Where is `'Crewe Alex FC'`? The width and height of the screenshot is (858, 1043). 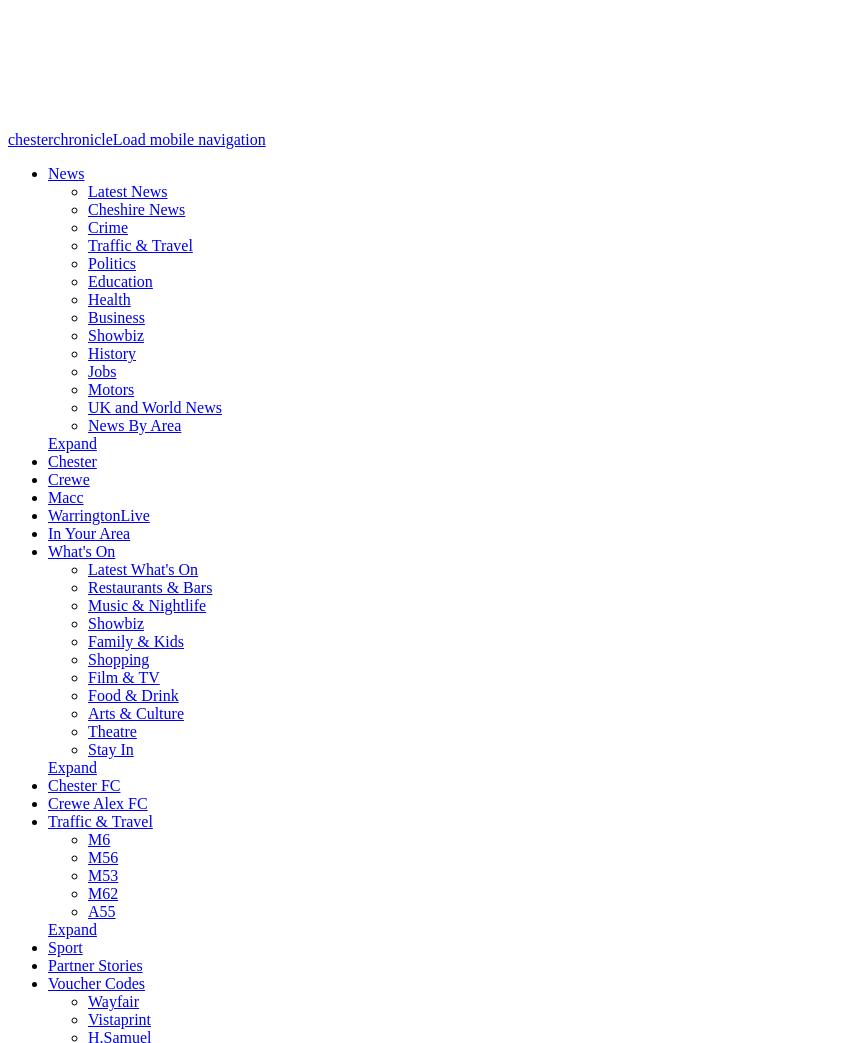 'Crewe Alex FC' is located at coordinates (46, 802).